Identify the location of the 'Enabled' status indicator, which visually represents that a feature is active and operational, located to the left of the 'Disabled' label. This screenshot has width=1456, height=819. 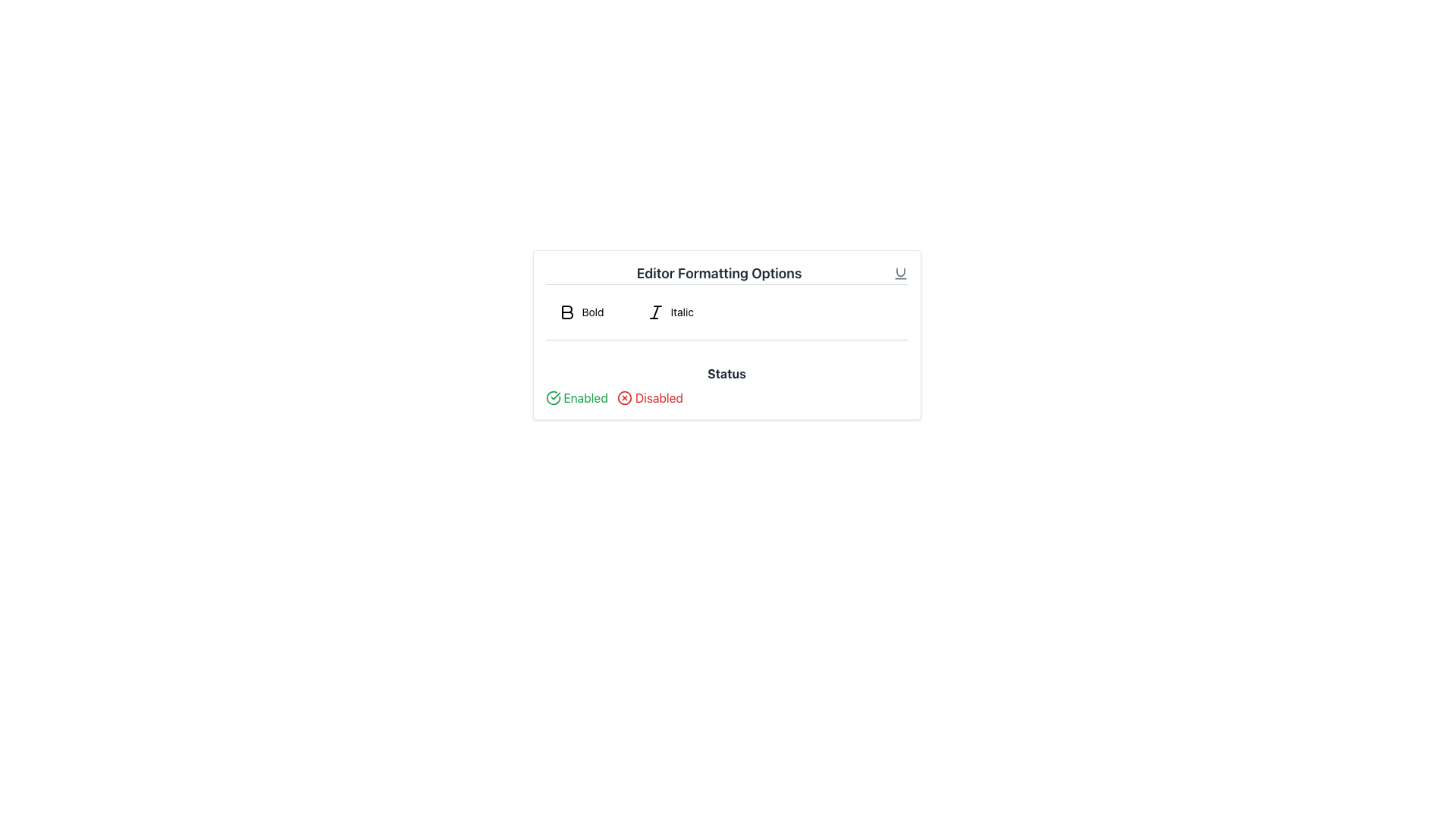
(576, 397).